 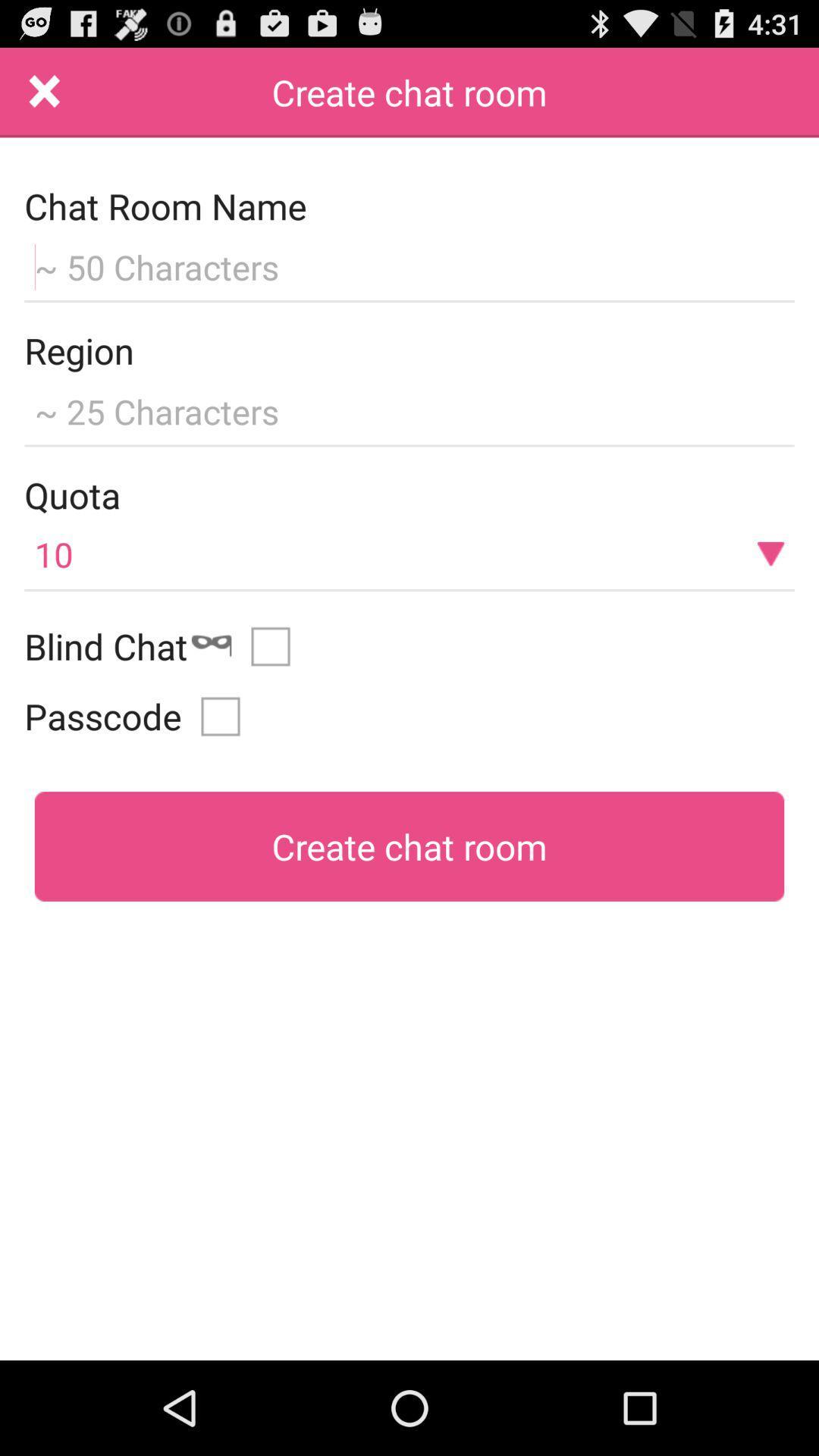 I want to click on region, so click(x=409, y=409).